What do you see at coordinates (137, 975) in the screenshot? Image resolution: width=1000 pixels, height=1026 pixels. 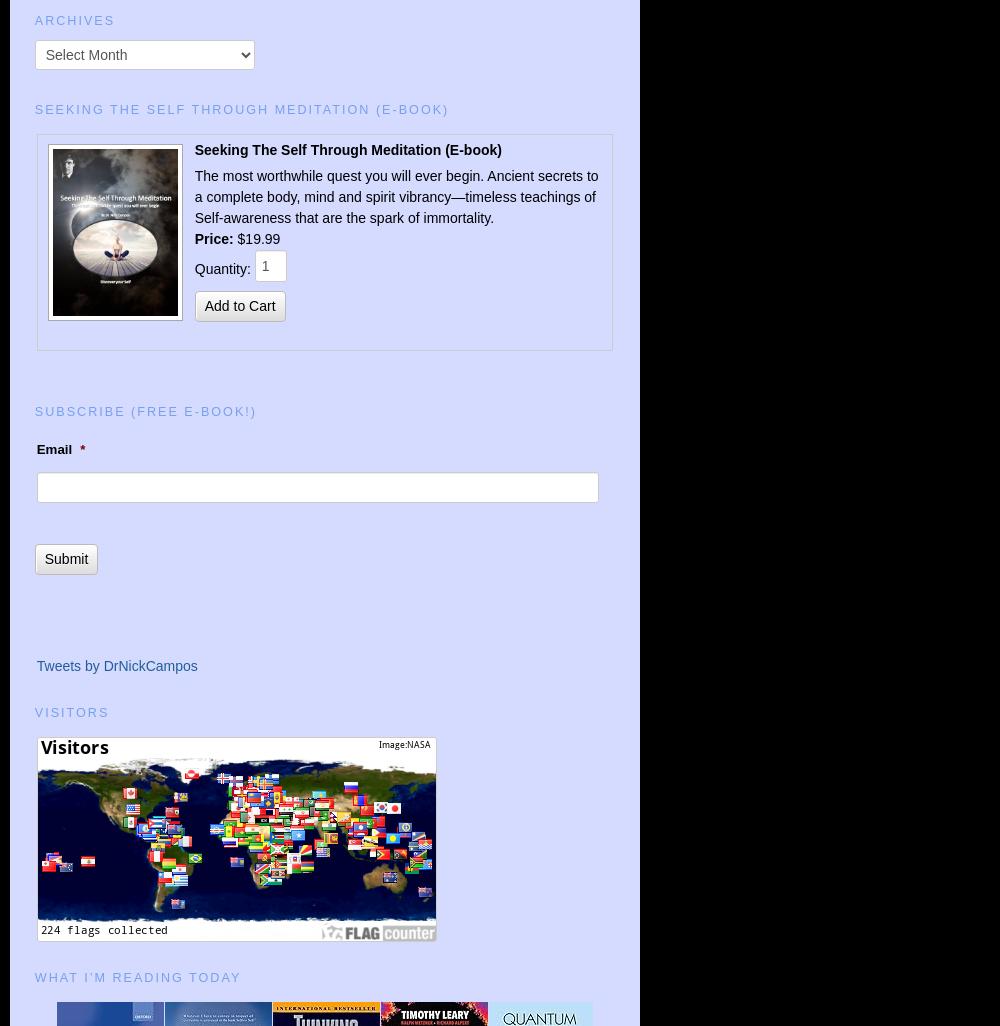 I see `'What I’m reading today'` at bounding box center [137, 975].